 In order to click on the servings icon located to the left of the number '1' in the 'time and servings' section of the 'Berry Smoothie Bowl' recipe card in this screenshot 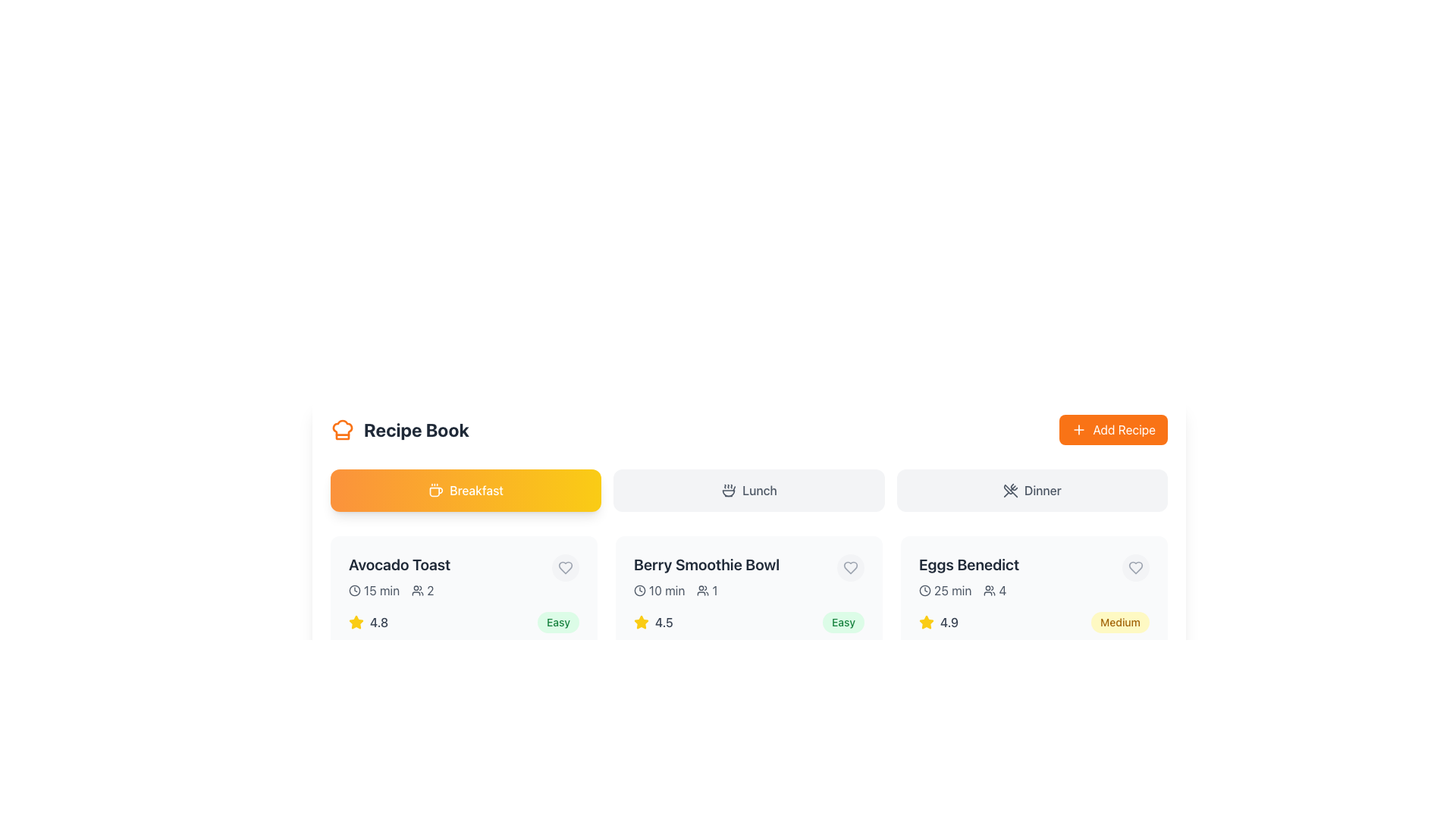, I will do `click(702, 590)`.